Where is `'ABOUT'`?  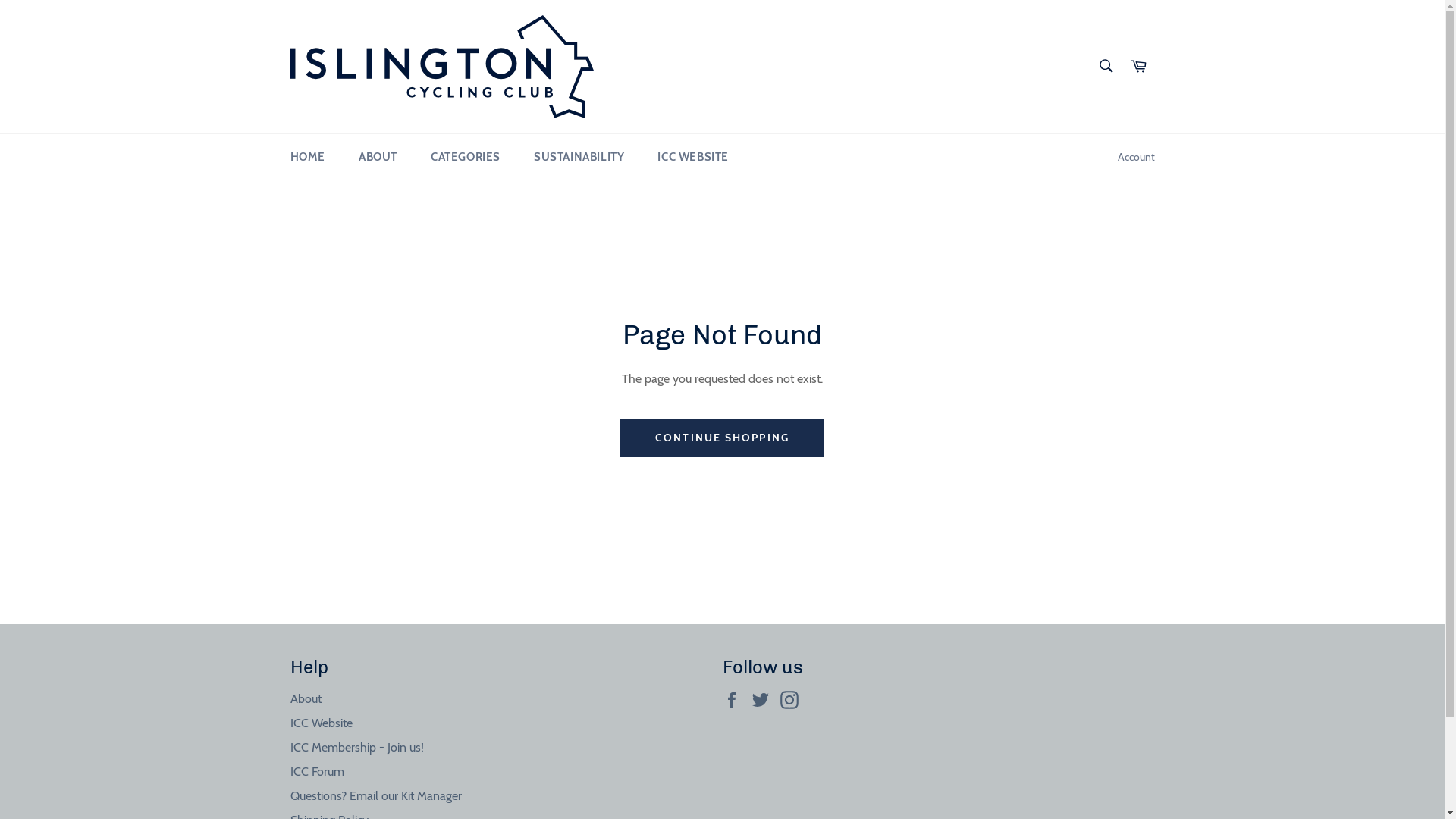 'ABOUT' is located at coordinates (378, 157).